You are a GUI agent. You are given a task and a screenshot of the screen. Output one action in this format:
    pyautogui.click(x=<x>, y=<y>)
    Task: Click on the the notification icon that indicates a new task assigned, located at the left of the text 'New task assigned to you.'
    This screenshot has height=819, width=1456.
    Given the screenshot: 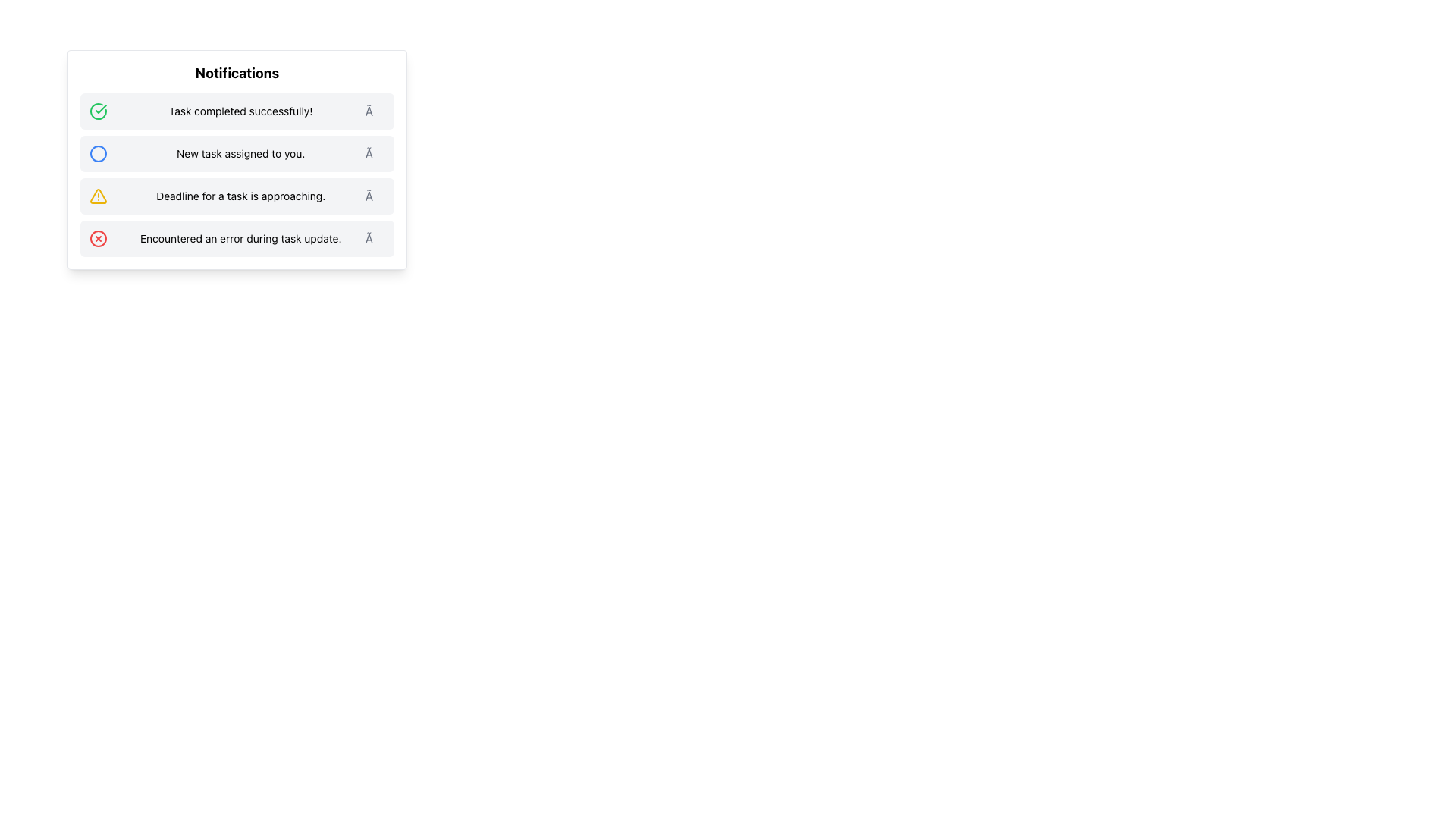 What is the action you would take?
    pyautogui.click(x=97, y=154)
    